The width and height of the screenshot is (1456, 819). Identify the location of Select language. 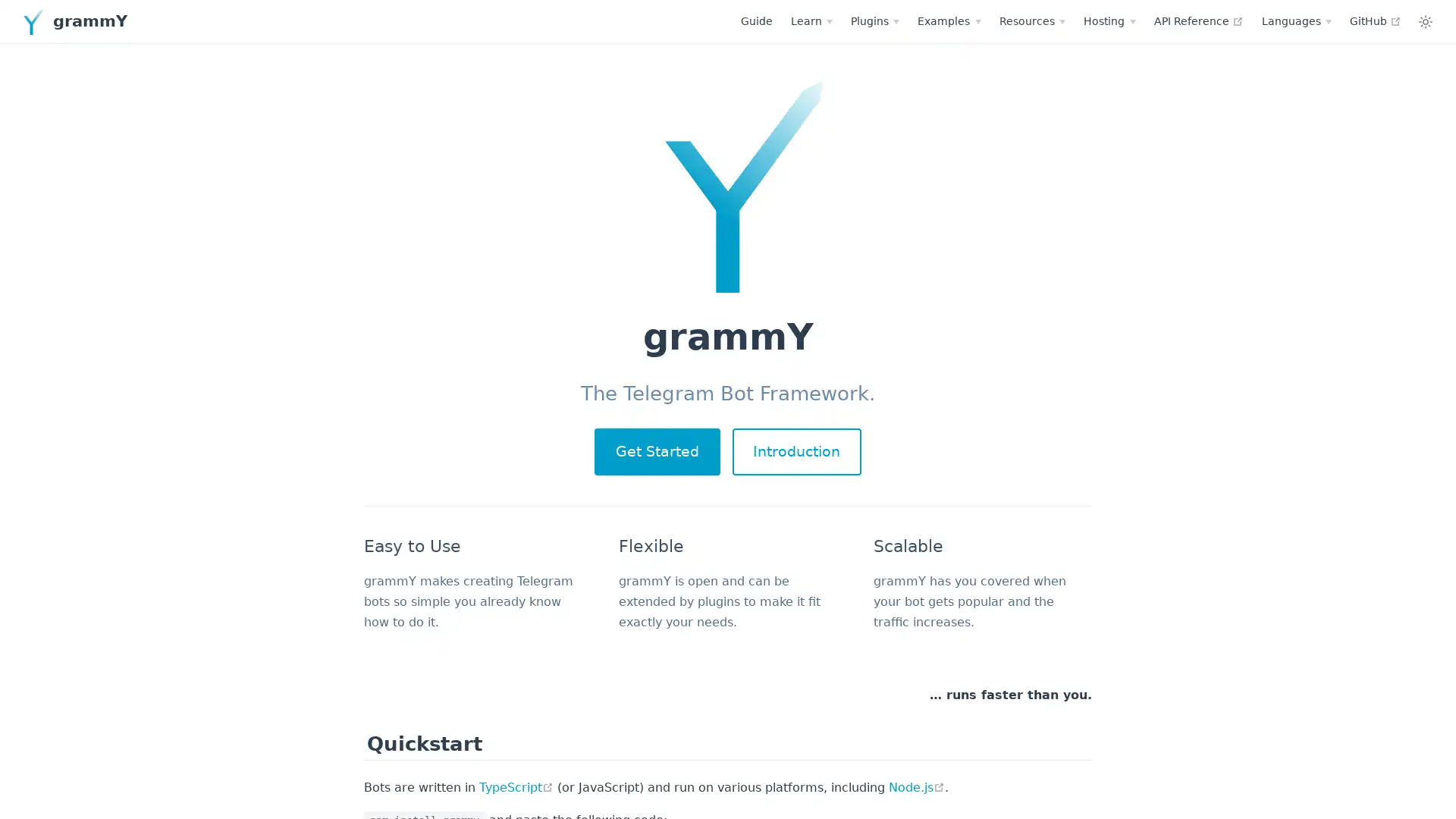
(1161, 20).